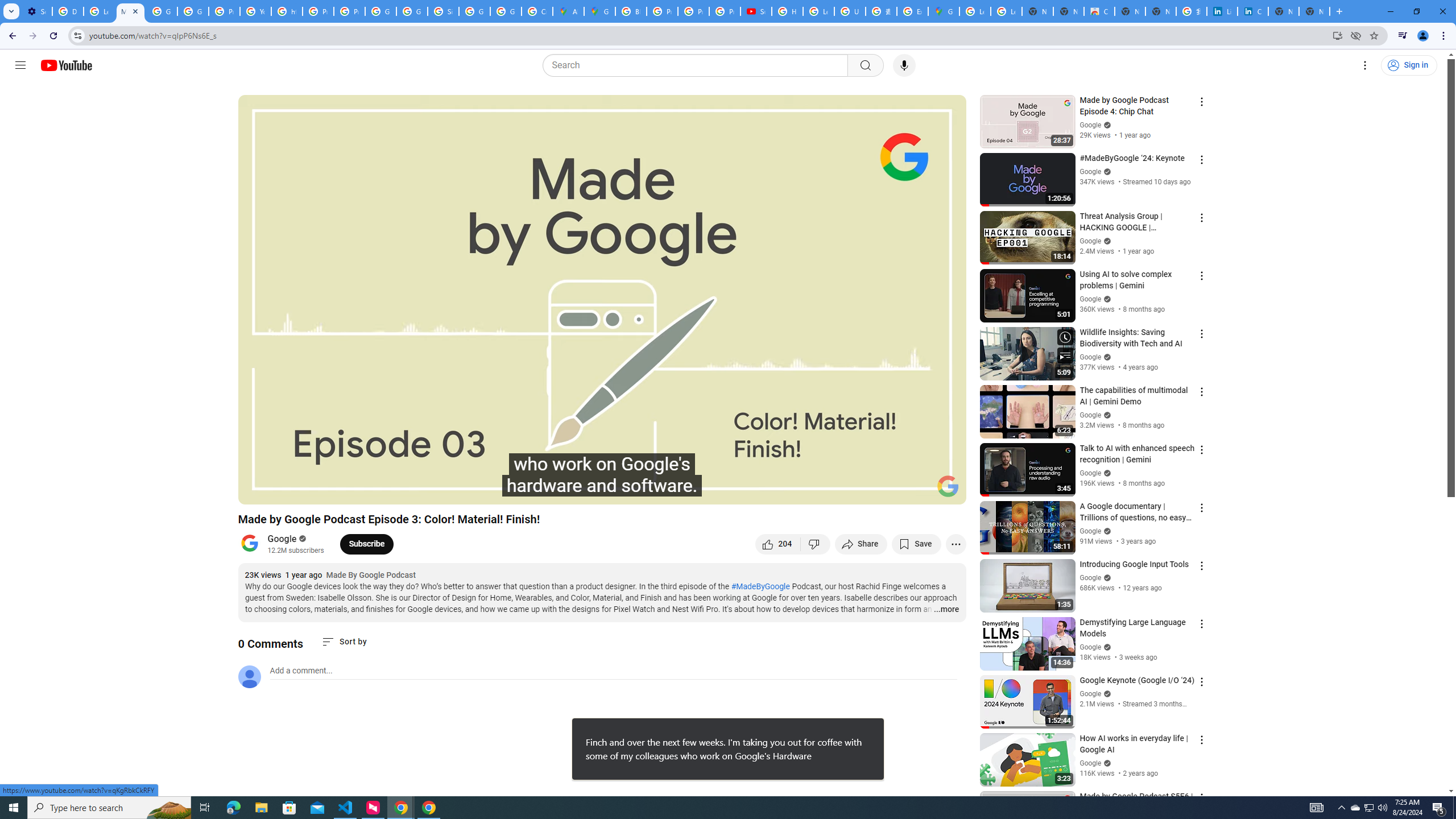  What do you see at coordinates (1314, 11) in the screenshot?
I see `'New Tab'` at bounding box center [1314, 11].